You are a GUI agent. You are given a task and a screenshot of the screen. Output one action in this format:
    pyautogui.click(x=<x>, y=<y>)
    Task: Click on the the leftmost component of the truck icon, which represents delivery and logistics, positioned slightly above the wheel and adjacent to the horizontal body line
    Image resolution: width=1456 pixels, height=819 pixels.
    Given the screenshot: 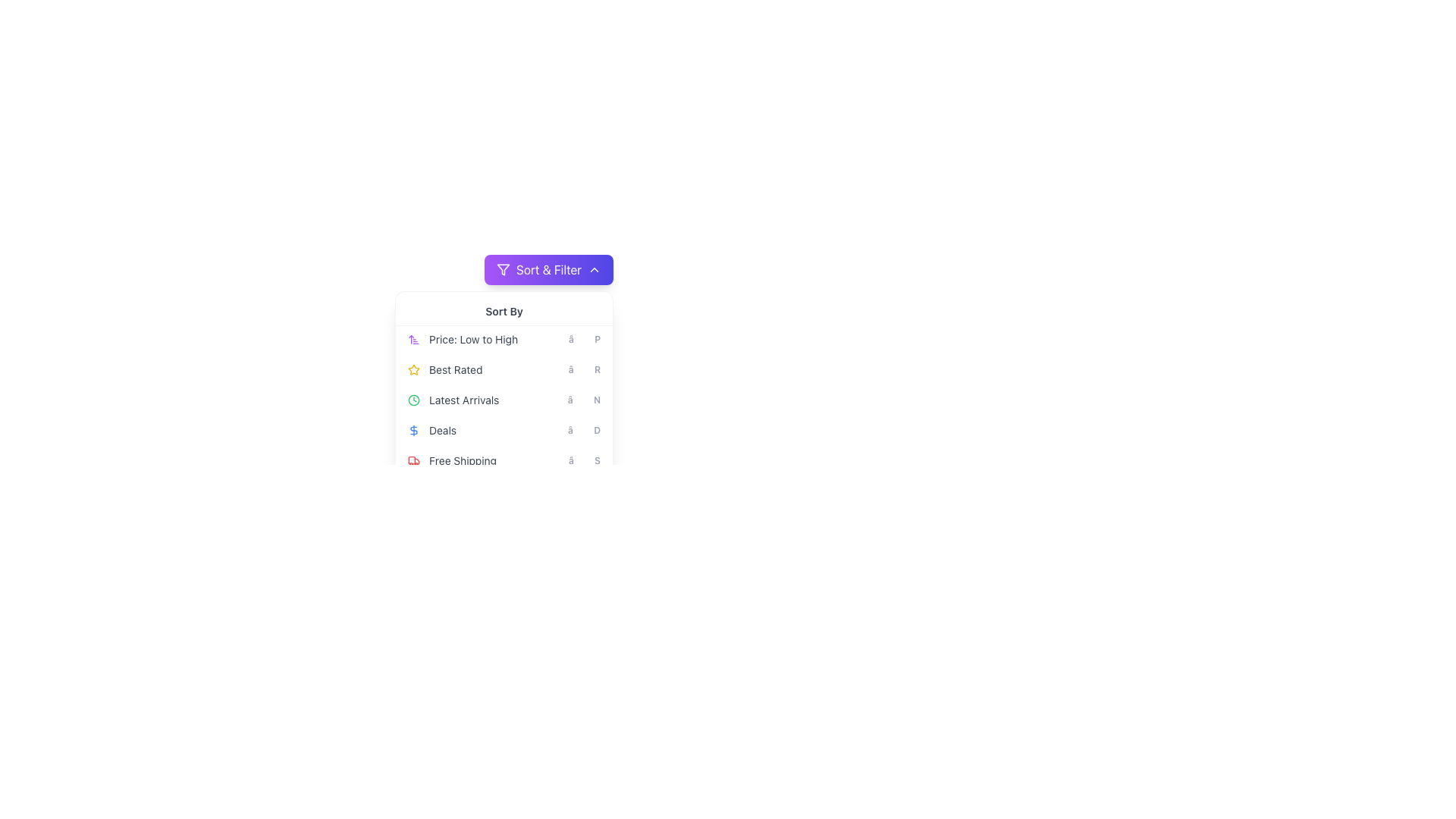 What is the action you would take?
    pyautogui.click(x=412, y=460)
    